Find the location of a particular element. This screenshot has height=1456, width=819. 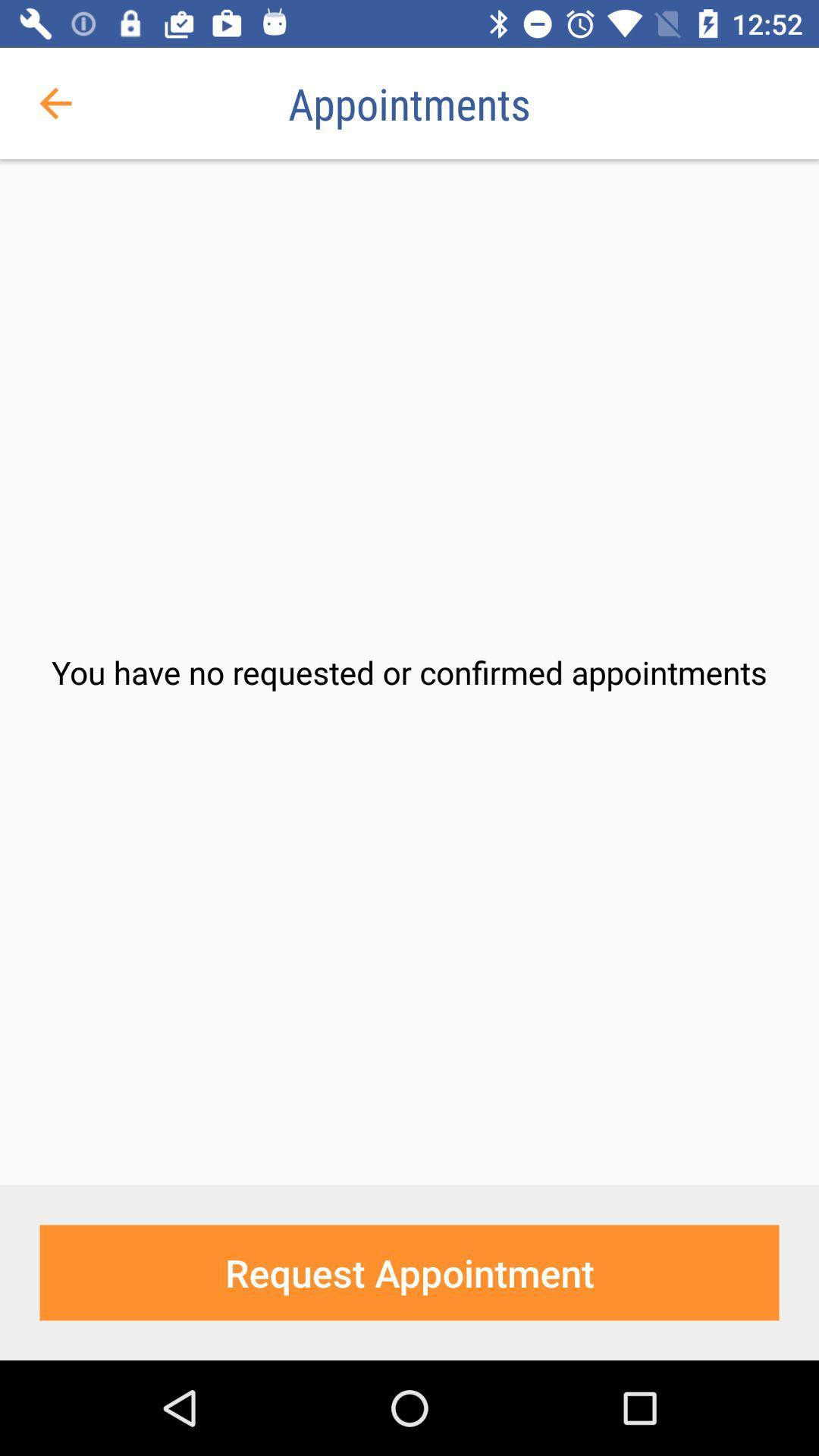

request appointment icon is located at coordinates (409, 1272).